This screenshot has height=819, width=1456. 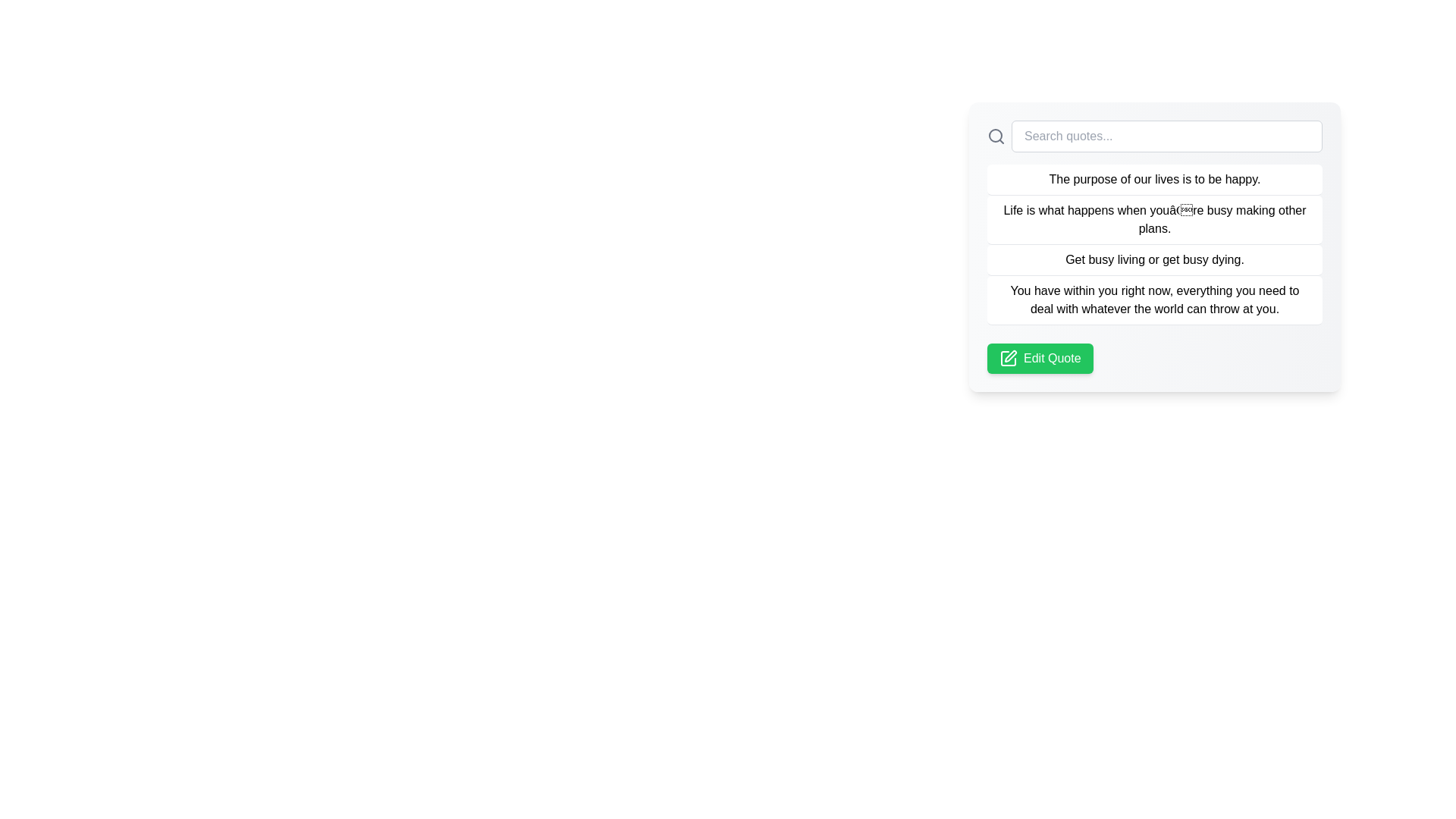 What do you see at coordinates (1153, 179) in the screenshot?
I see `the motivational quote display element, which is the first item in a vertically stacked list located below the search bar` at bounding box center [1153, 179].